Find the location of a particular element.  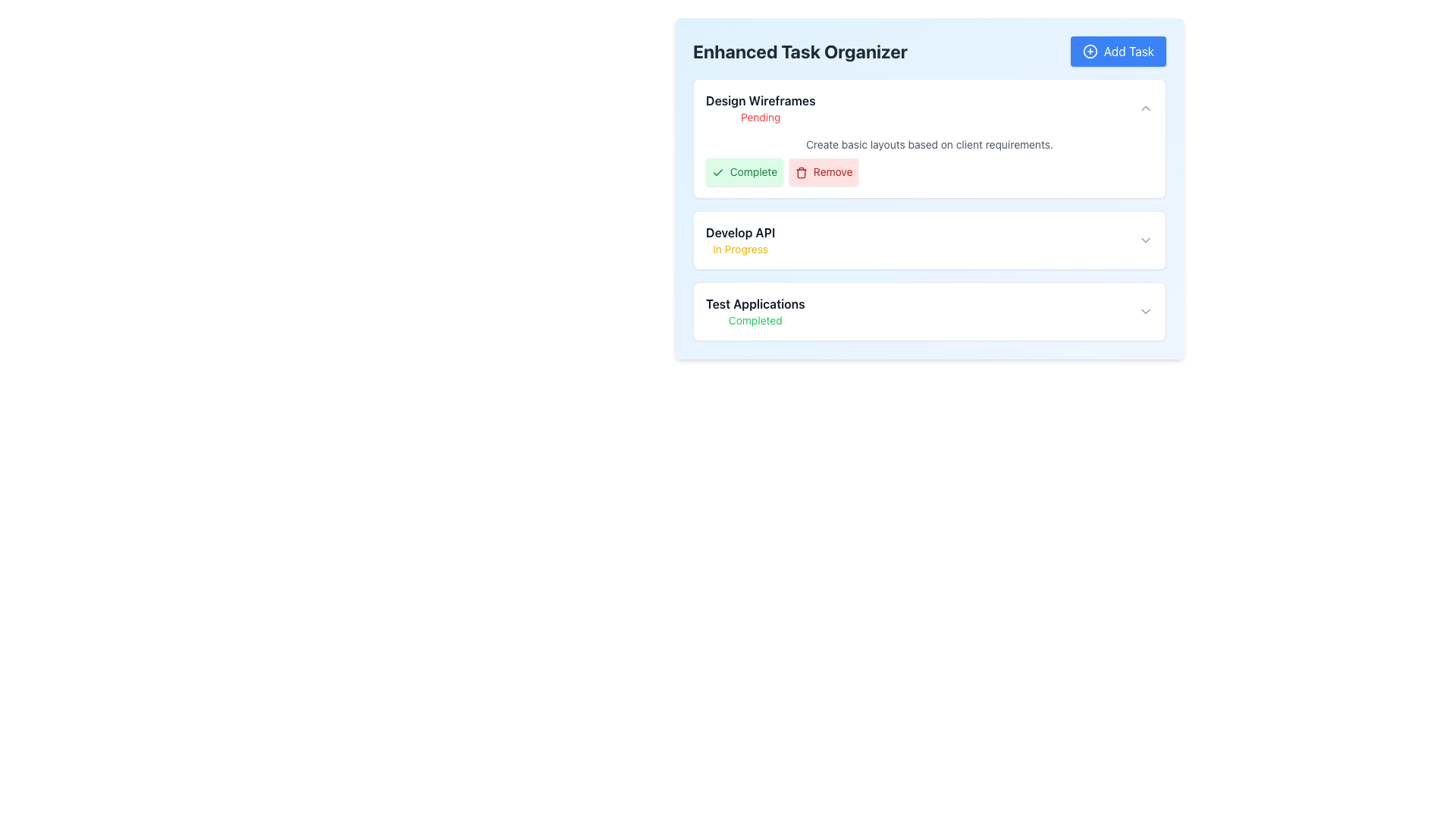

the button located at the top-right corner of the 'Enhanced Task Organizer' box is located at coordinates (1118, 51).